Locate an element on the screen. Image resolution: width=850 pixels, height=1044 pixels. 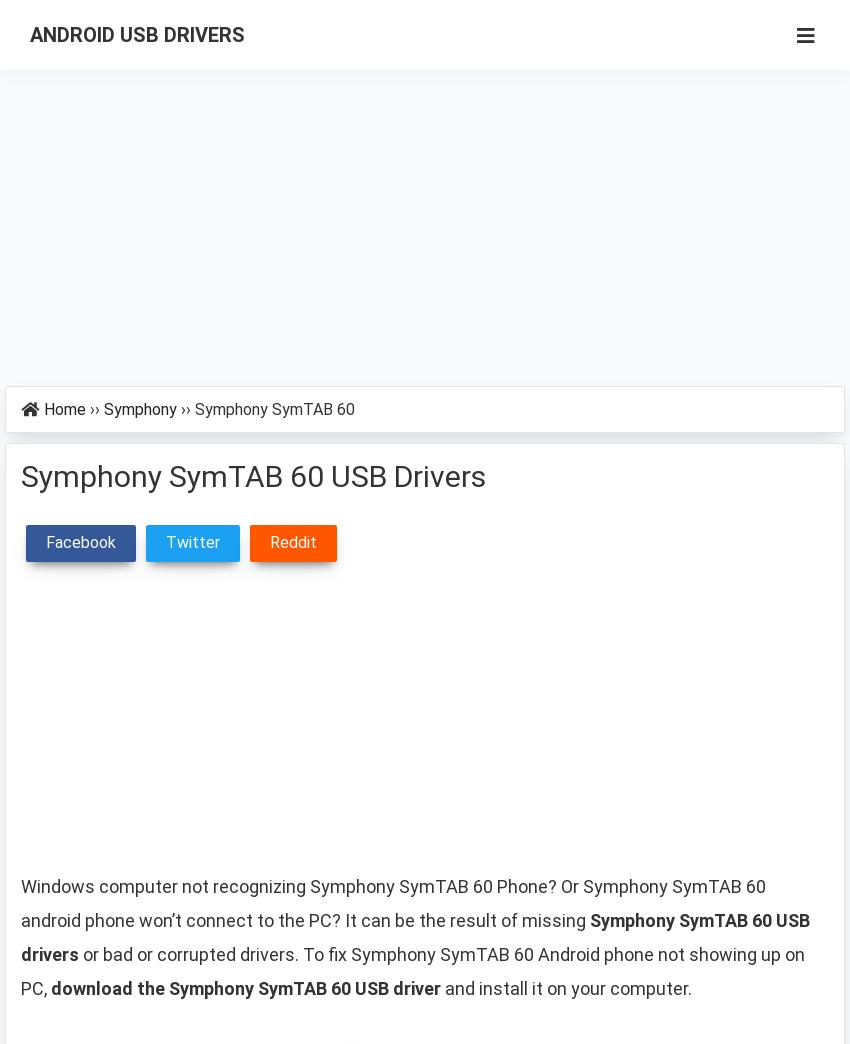
'Home' is located at coordinates (65, 407).